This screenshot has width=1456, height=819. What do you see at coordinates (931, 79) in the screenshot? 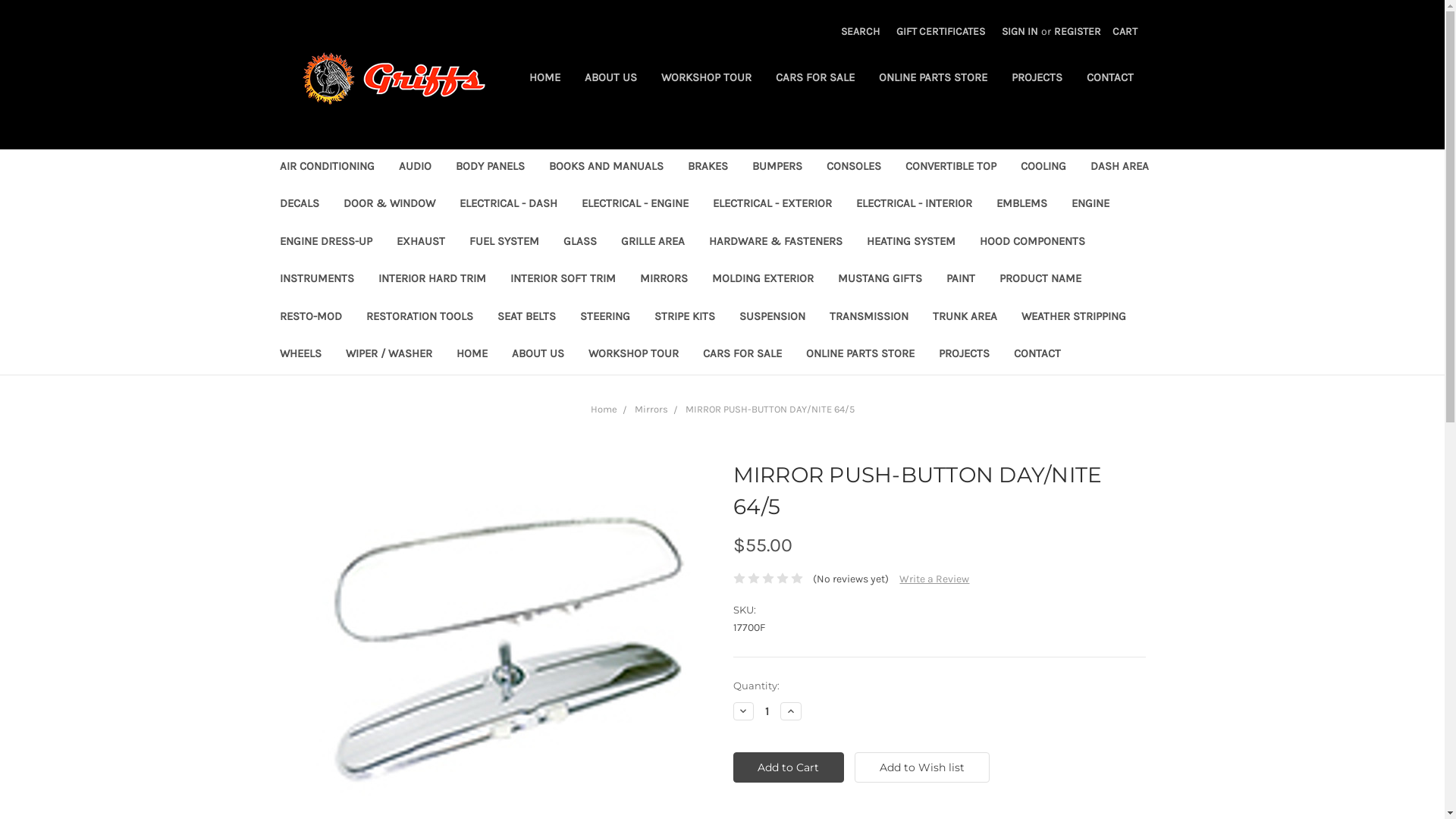
I see `'ONLINE PARTS STORE'` at bounding box center [931, 79].